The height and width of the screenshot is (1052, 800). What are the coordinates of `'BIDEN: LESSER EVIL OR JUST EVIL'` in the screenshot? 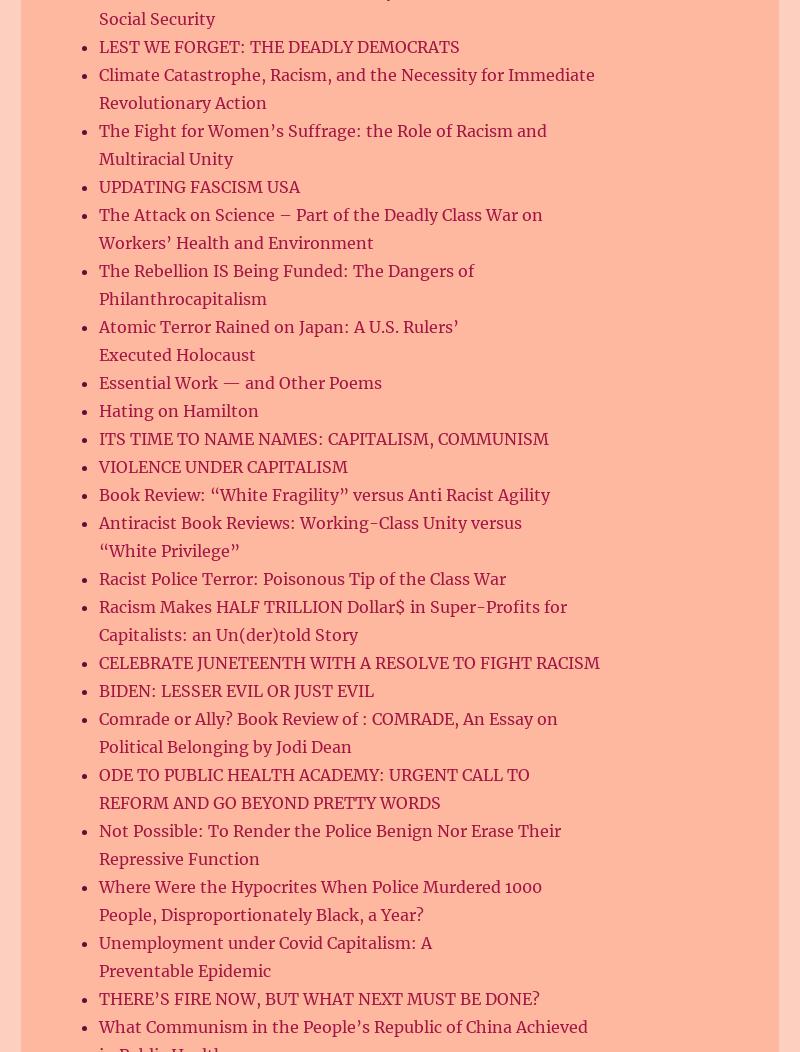 It's located at (235, 689).